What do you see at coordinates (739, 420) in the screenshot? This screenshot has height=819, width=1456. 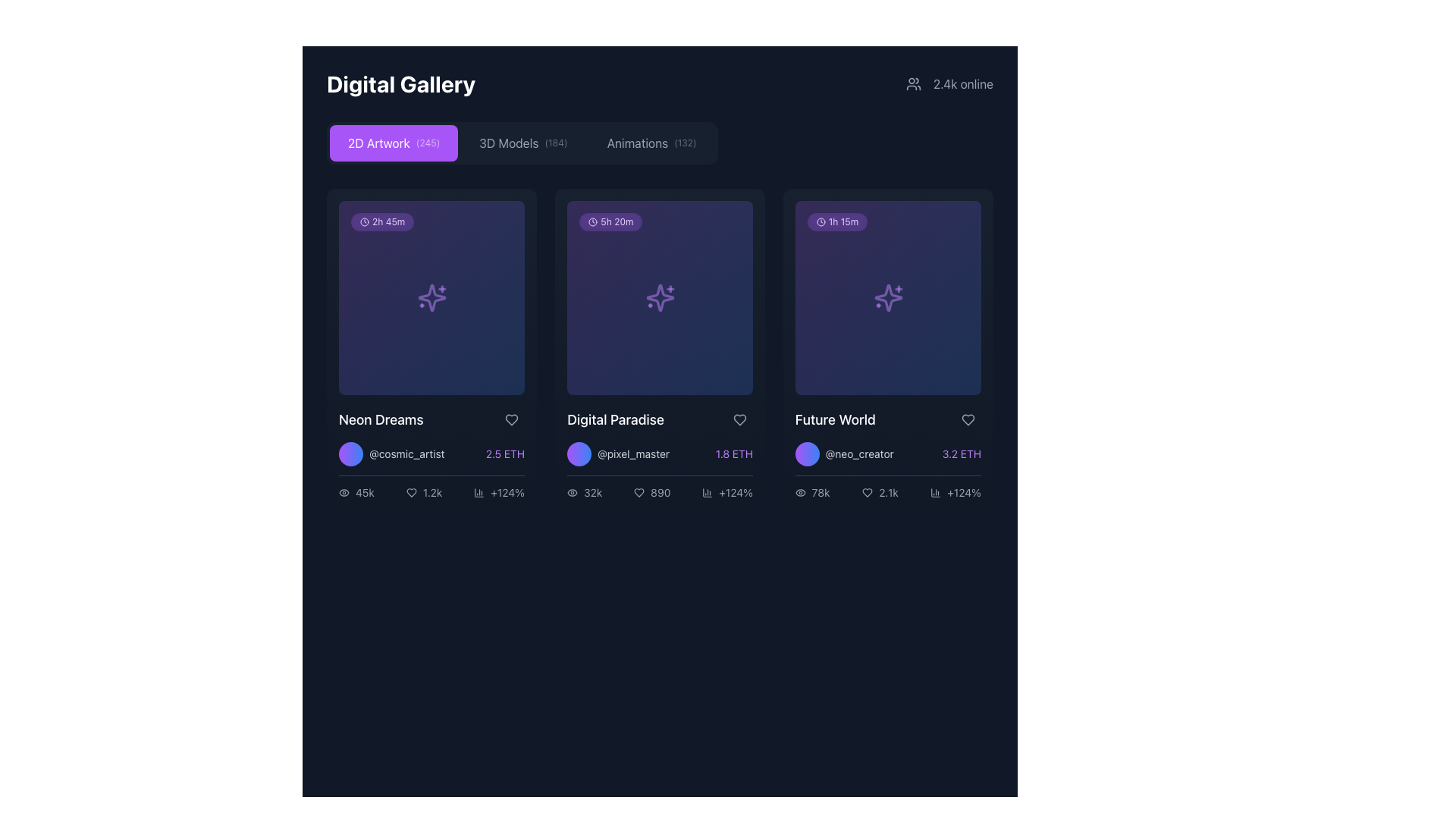 I see `the heart-shaped icon outlined in white at the bottom-right corner of the 'Digital Paradise' card to like the item` at bounding box center [739, 420].